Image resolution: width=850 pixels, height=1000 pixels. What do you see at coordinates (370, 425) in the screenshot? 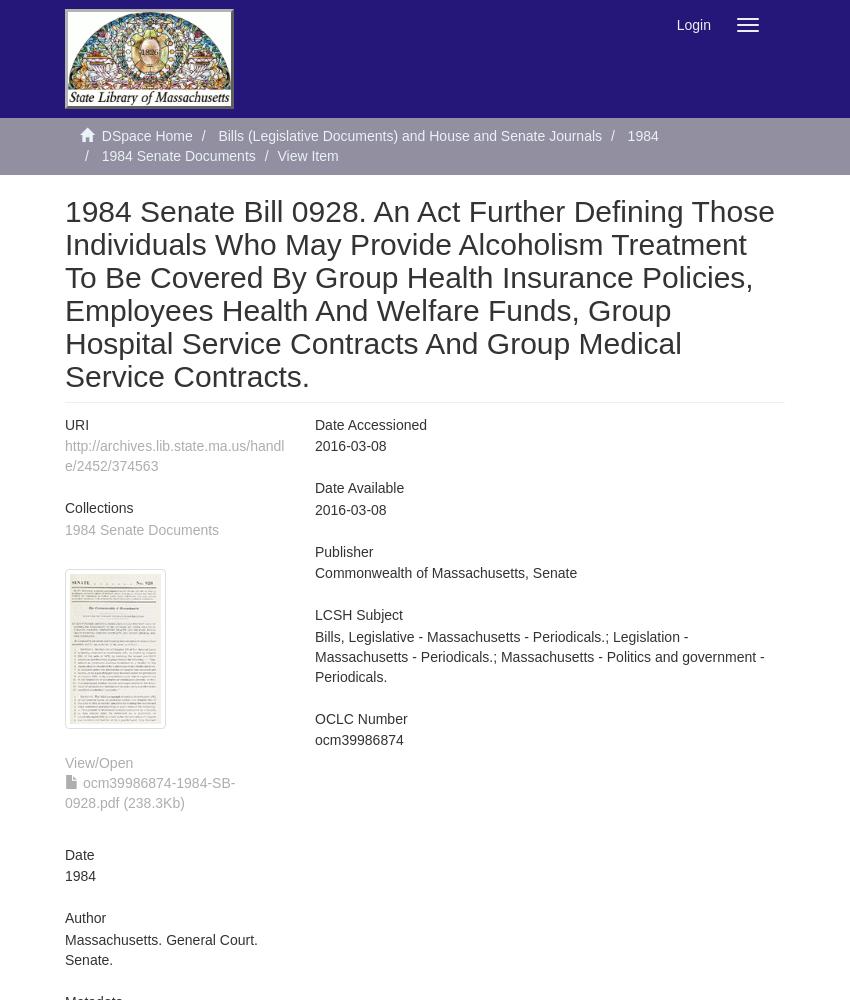
I see `'Date Accessioned'` at bounding box center [370, 425].